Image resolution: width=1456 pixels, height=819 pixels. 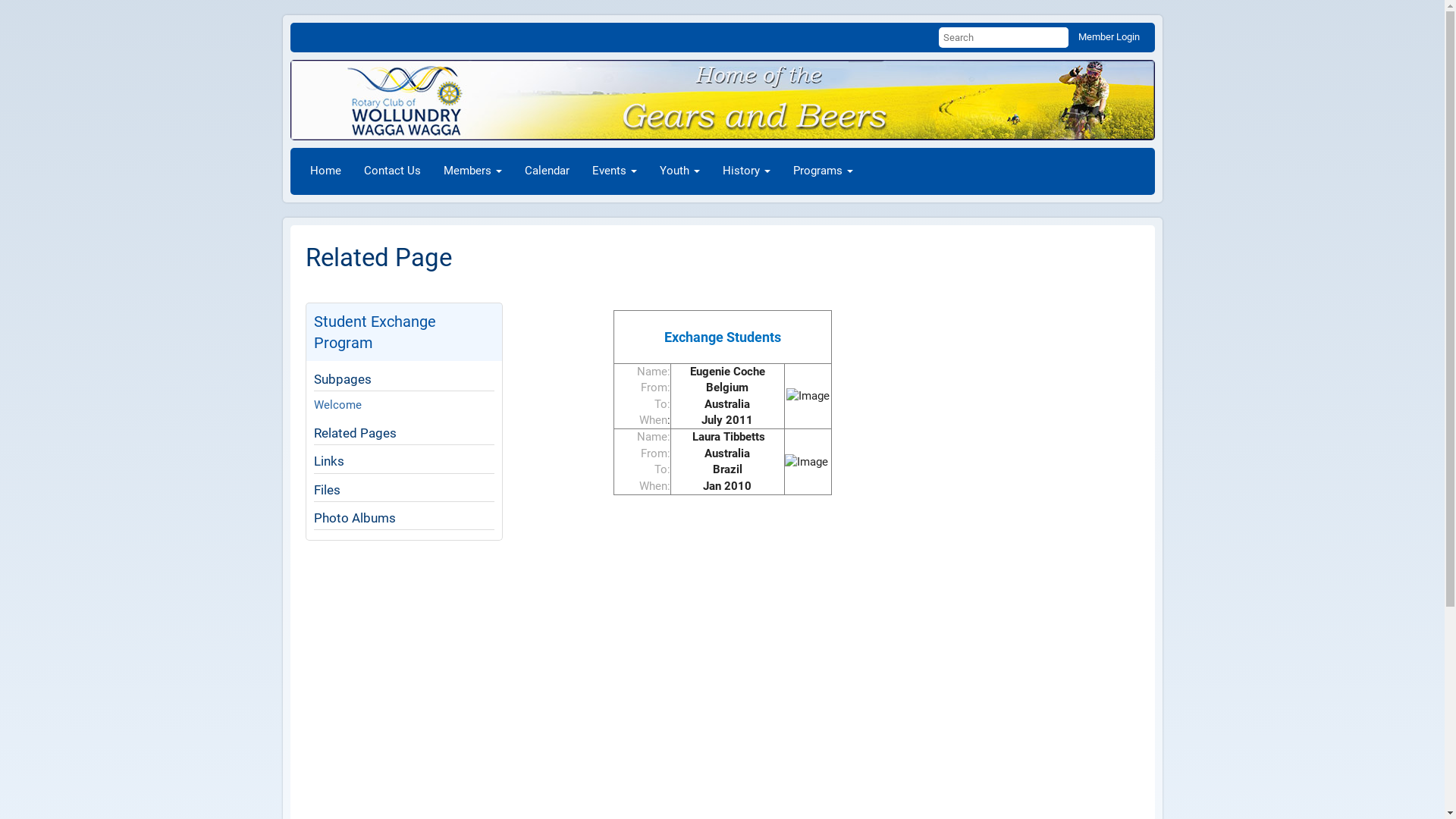 What do you see at coordinates (710, 171) in the screenshot?
I see `'History'` at bounding box center [710, 171].